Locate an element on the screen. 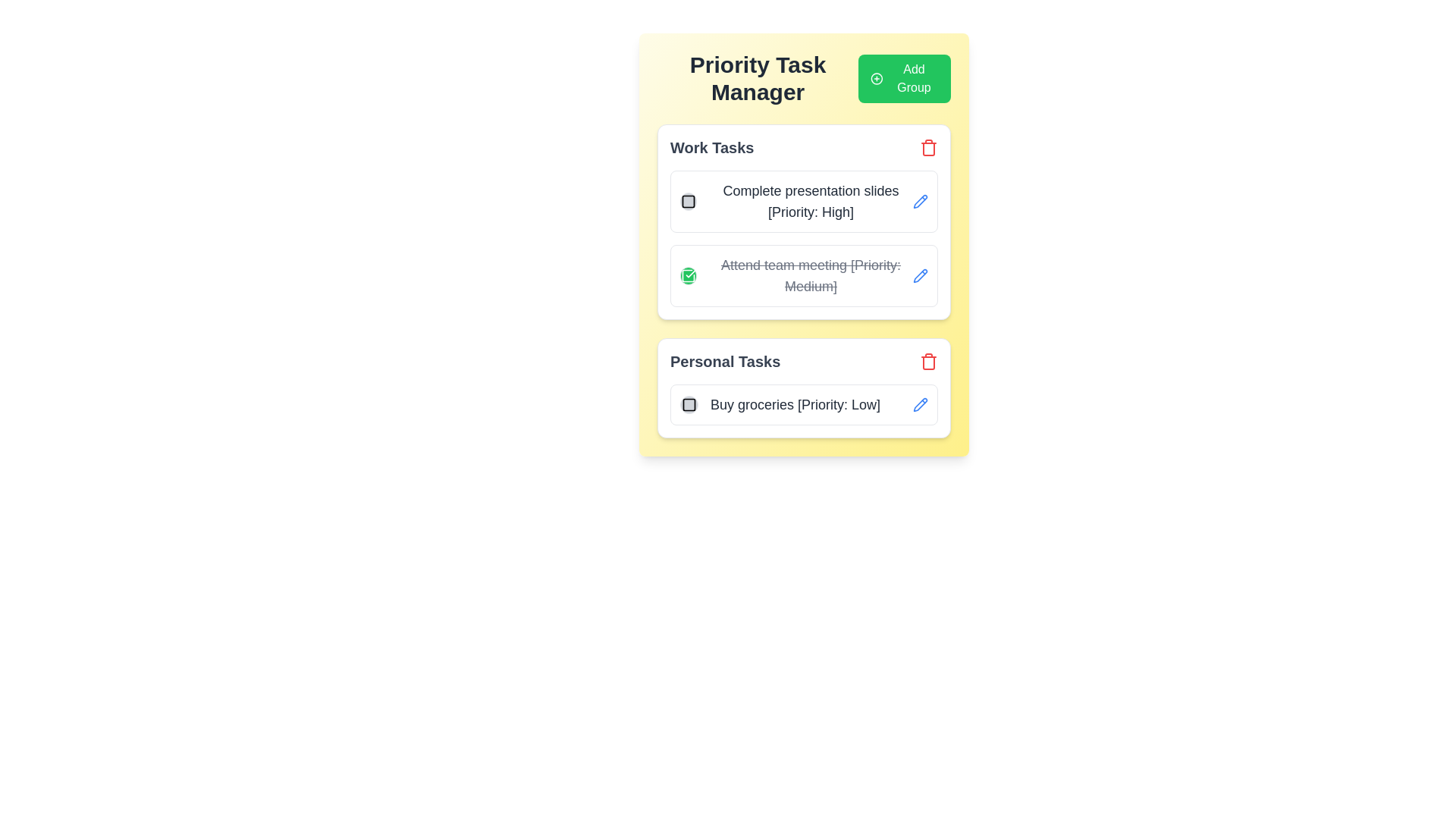  the green checkmark of the second task item labeled 'Attend team meeting [Priority: Medium]' under the 'Work Tasks' section is located at coordinates (803, 281).